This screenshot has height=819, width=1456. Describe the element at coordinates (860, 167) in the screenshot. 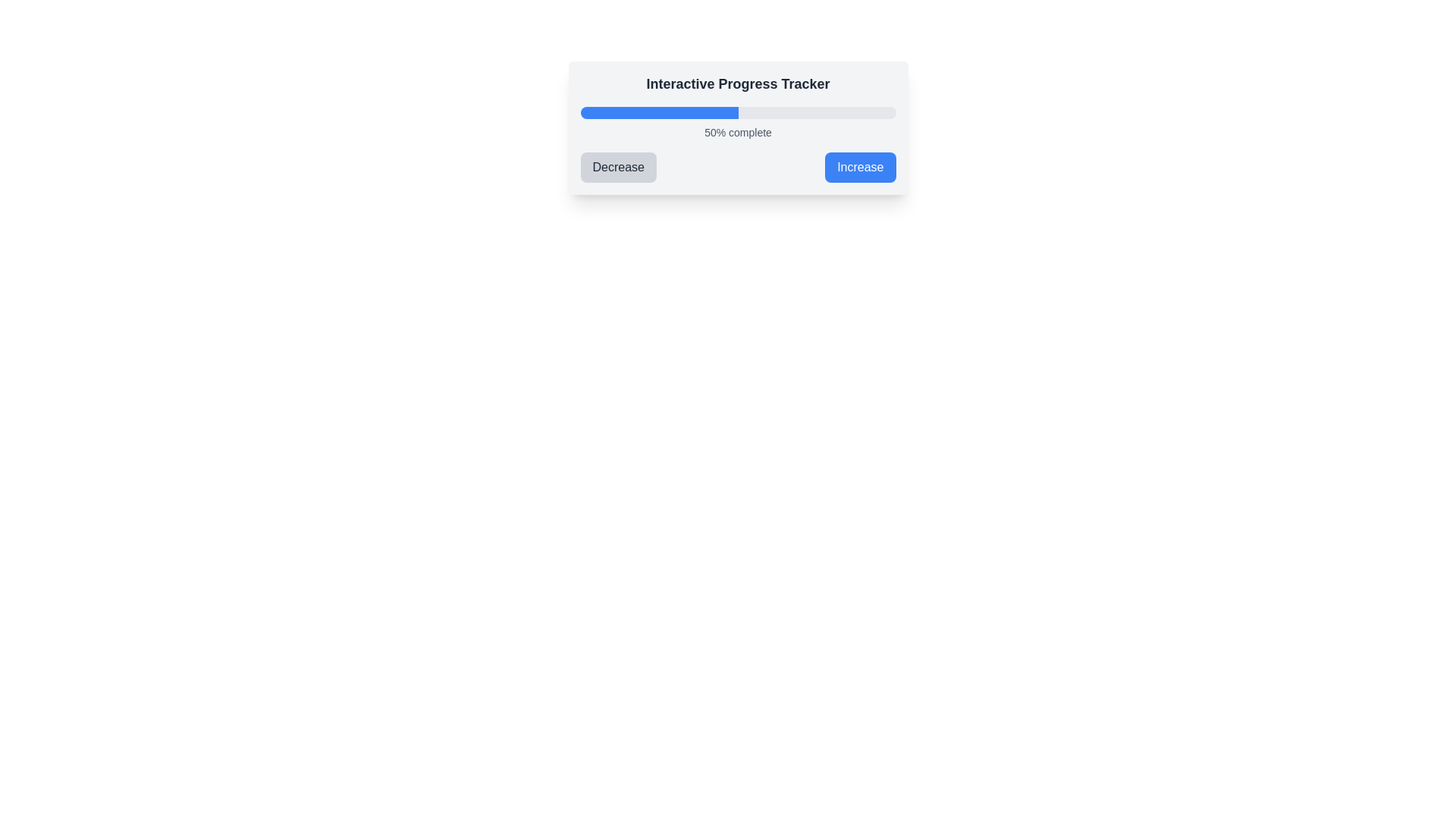

I see `the 'Increase' button, which is a blue button with white text and rounded corners located to the right of the 'Decrease' button` at that location.